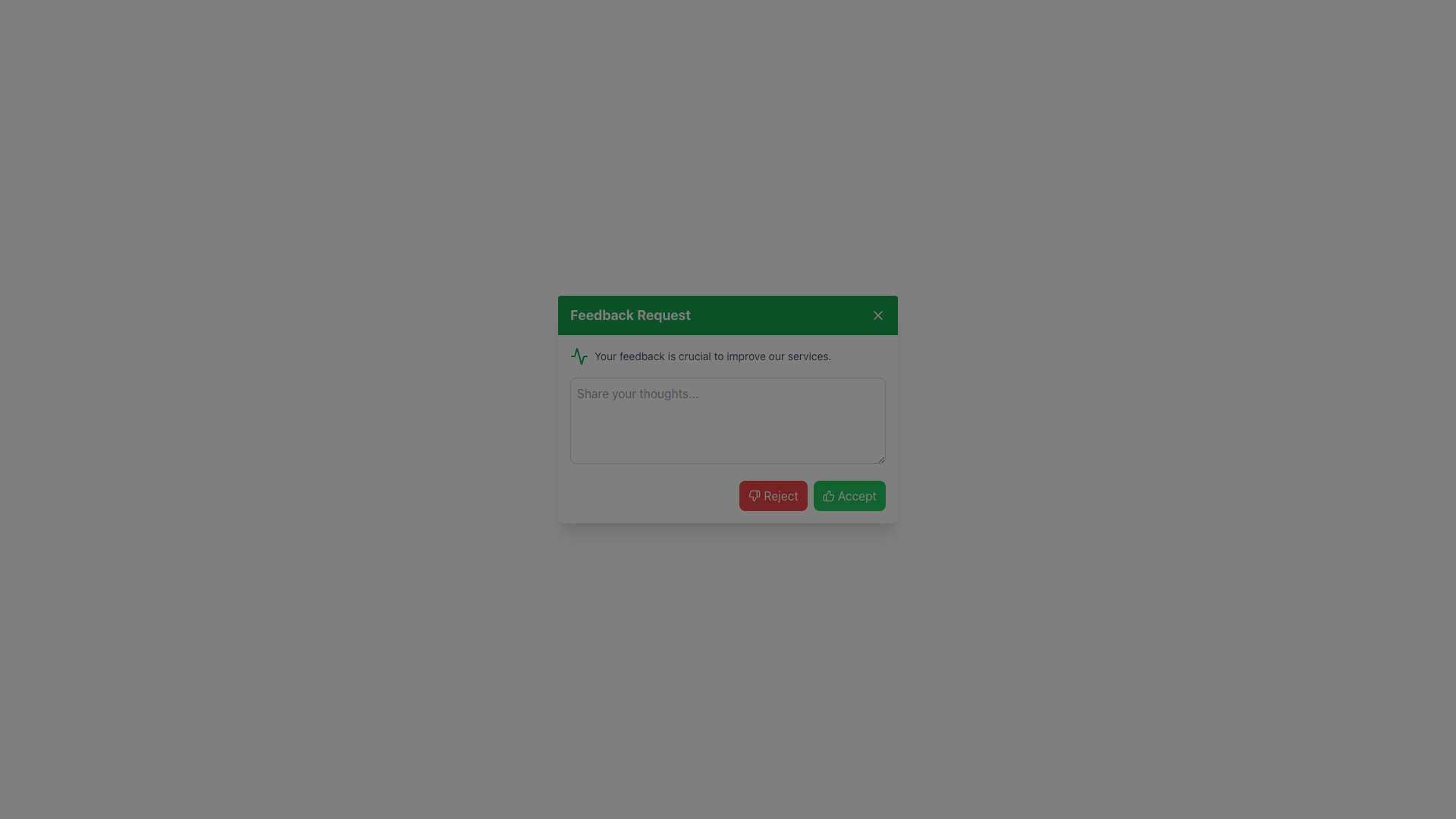  Describe the element at coordinates (773, 496) in the screenshot. I see `the reject button located at the bottom left of the modal dialog, adjacent to the green 'Accept' button` at that location.